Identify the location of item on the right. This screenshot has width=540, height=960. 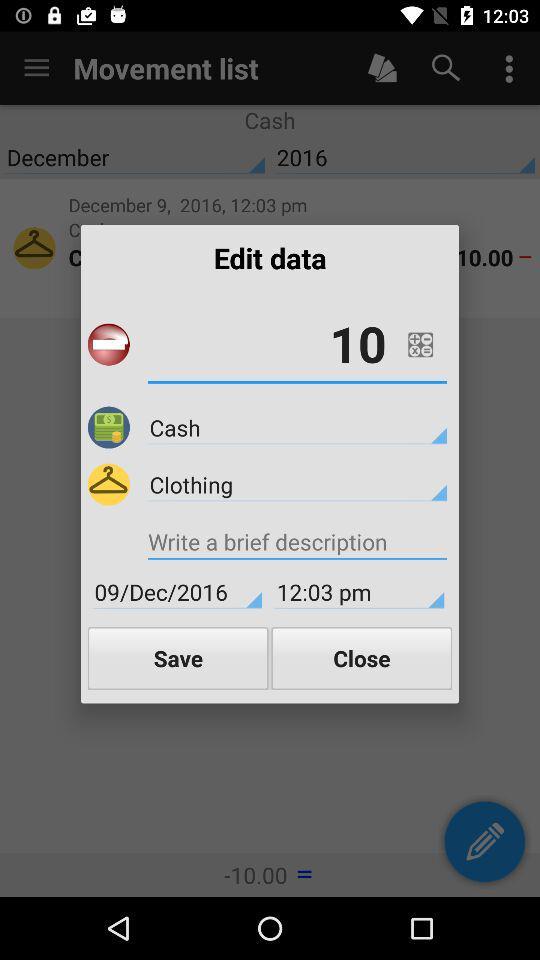
(419, 344).